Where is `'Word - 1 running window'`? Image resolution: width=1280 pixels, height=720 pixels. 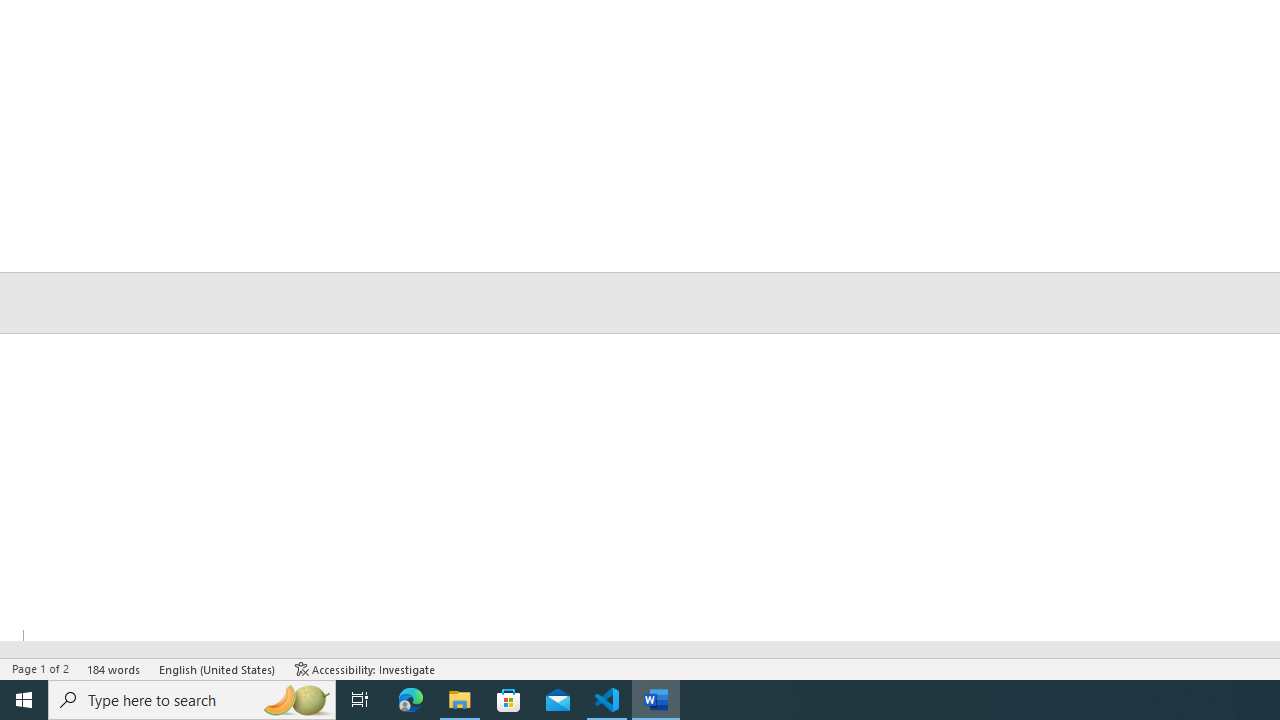
'Word - 1 running window' is located at coordinates (656, 698).